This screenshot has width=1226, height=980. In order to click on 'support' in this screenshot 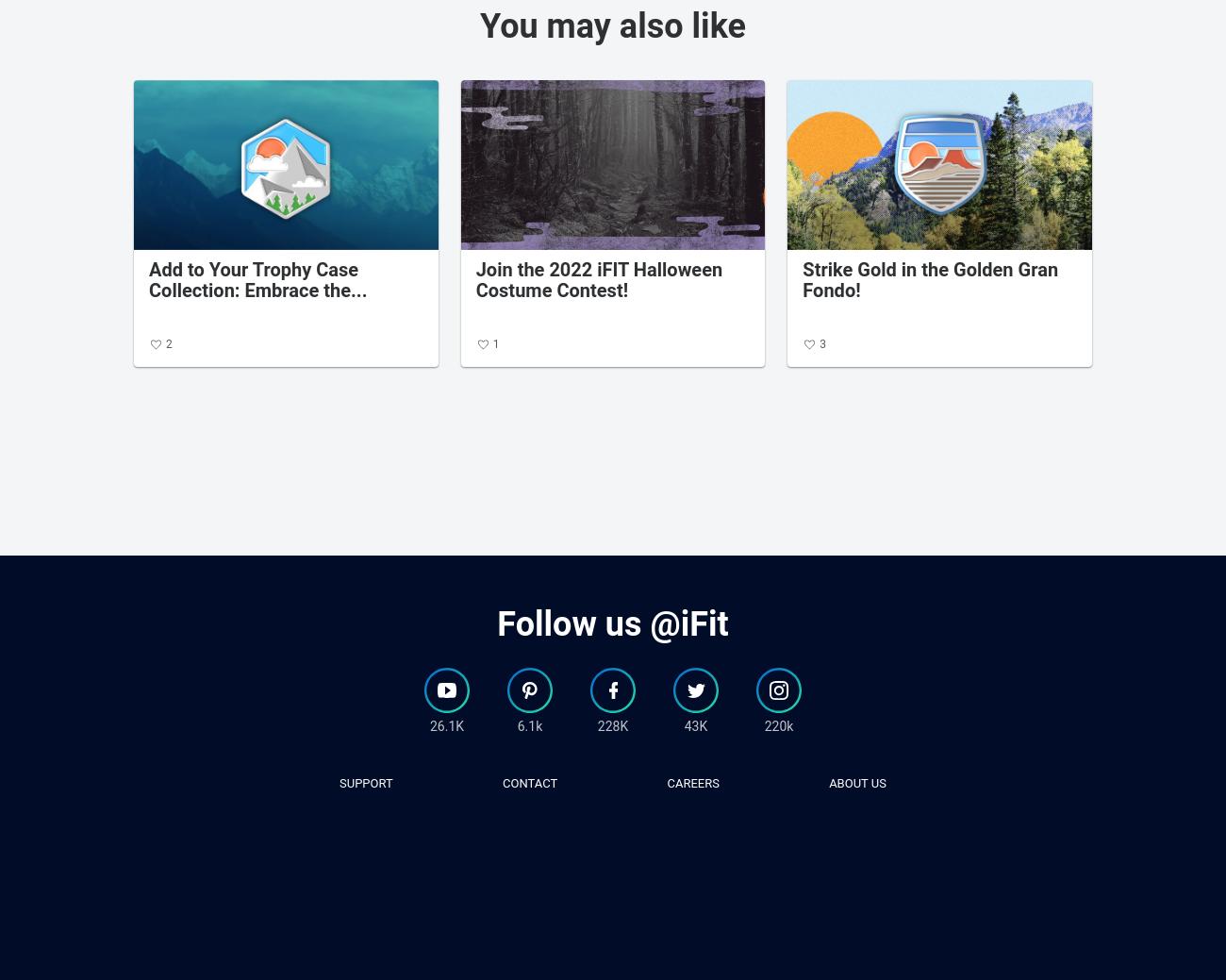, I will do `click(366, 781)`.